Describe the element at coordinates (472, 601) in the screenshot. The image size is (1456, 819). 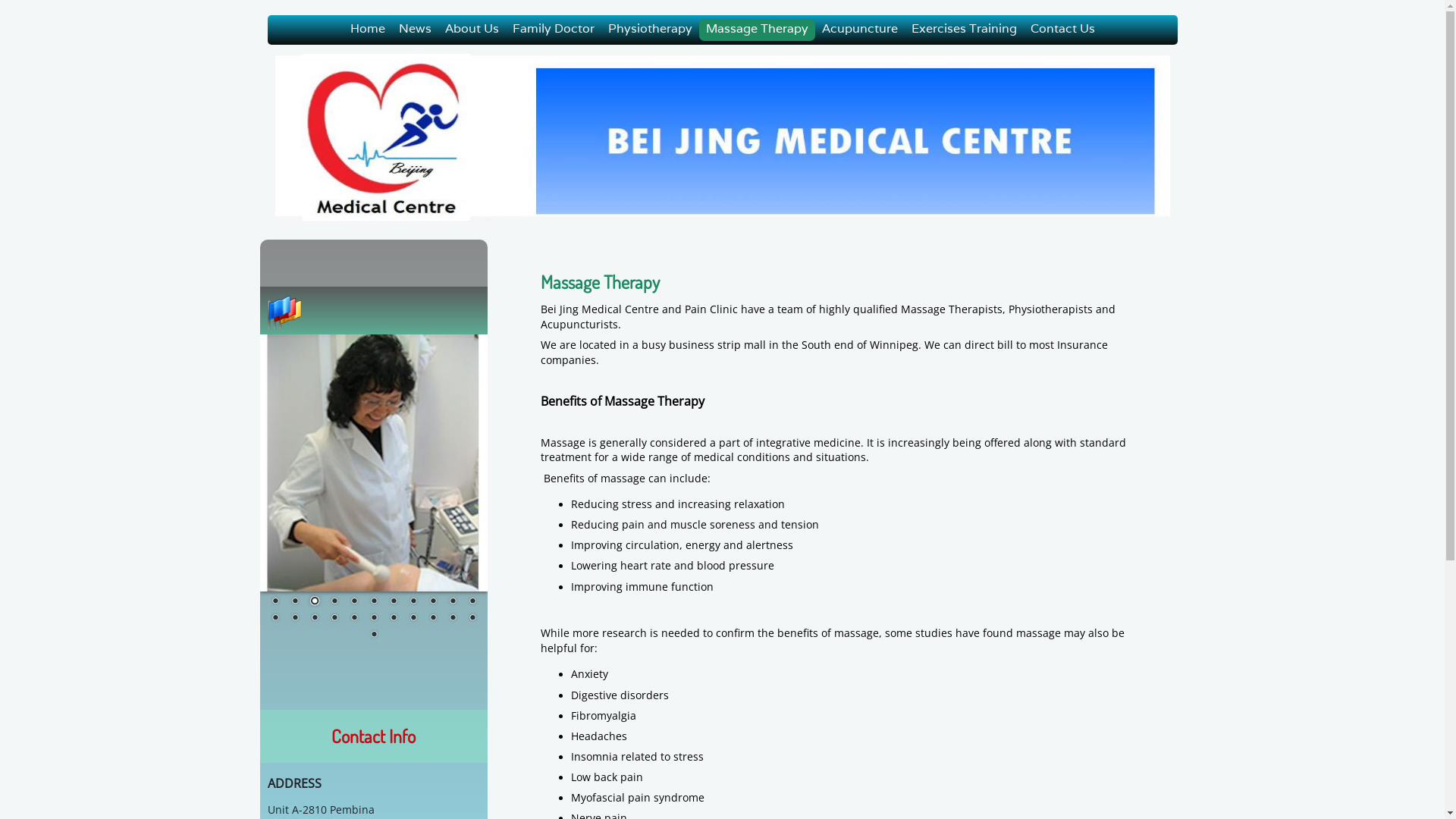
I see `'11'` at that location.